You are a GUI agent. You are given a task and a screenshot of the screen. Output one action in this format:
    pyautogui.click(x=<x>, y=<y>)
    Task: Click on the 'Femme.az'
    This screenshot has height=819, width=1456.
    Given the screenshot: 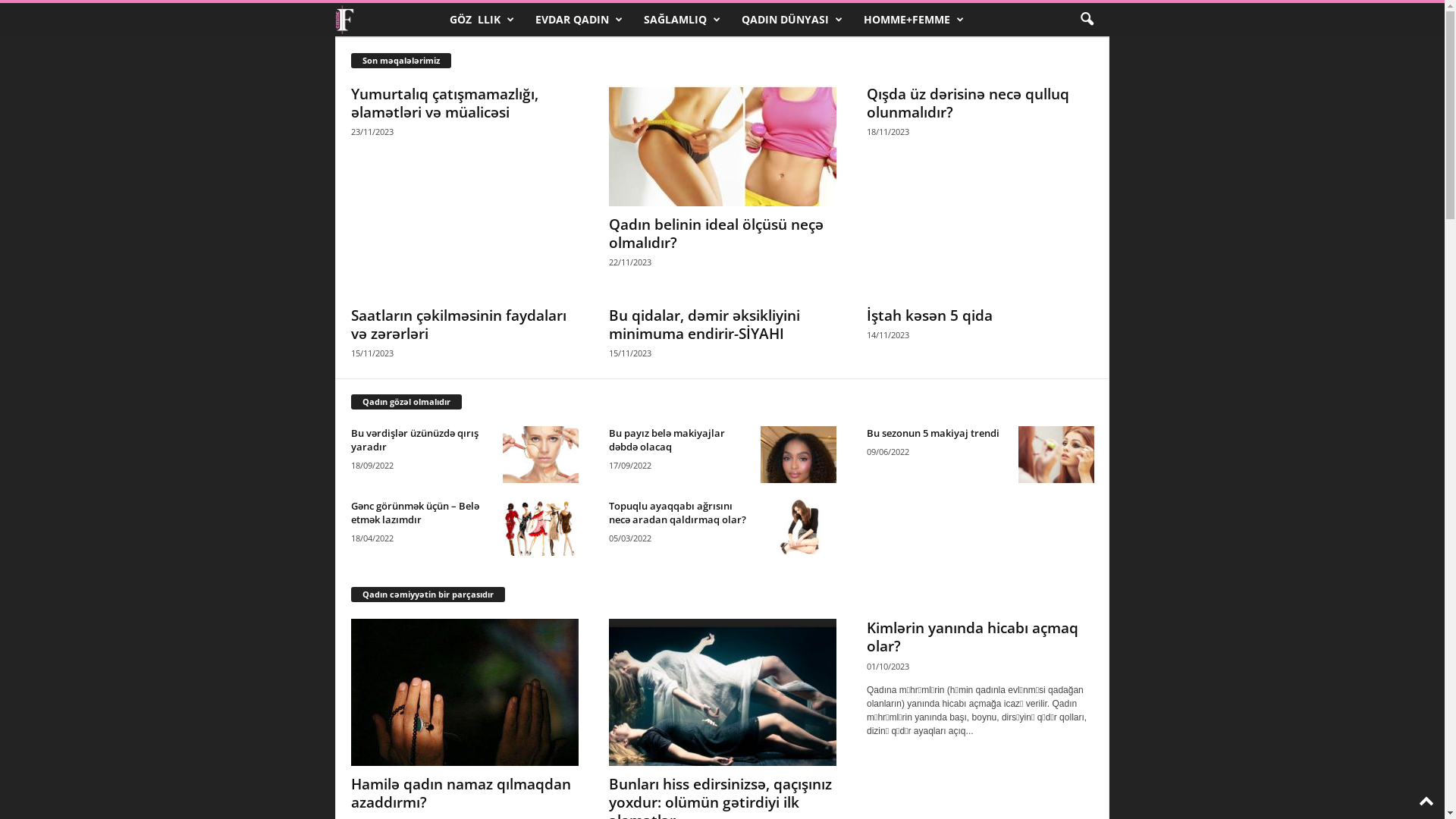 What is the action you would take?
    pyautogui.click(x=386, y=20)
    